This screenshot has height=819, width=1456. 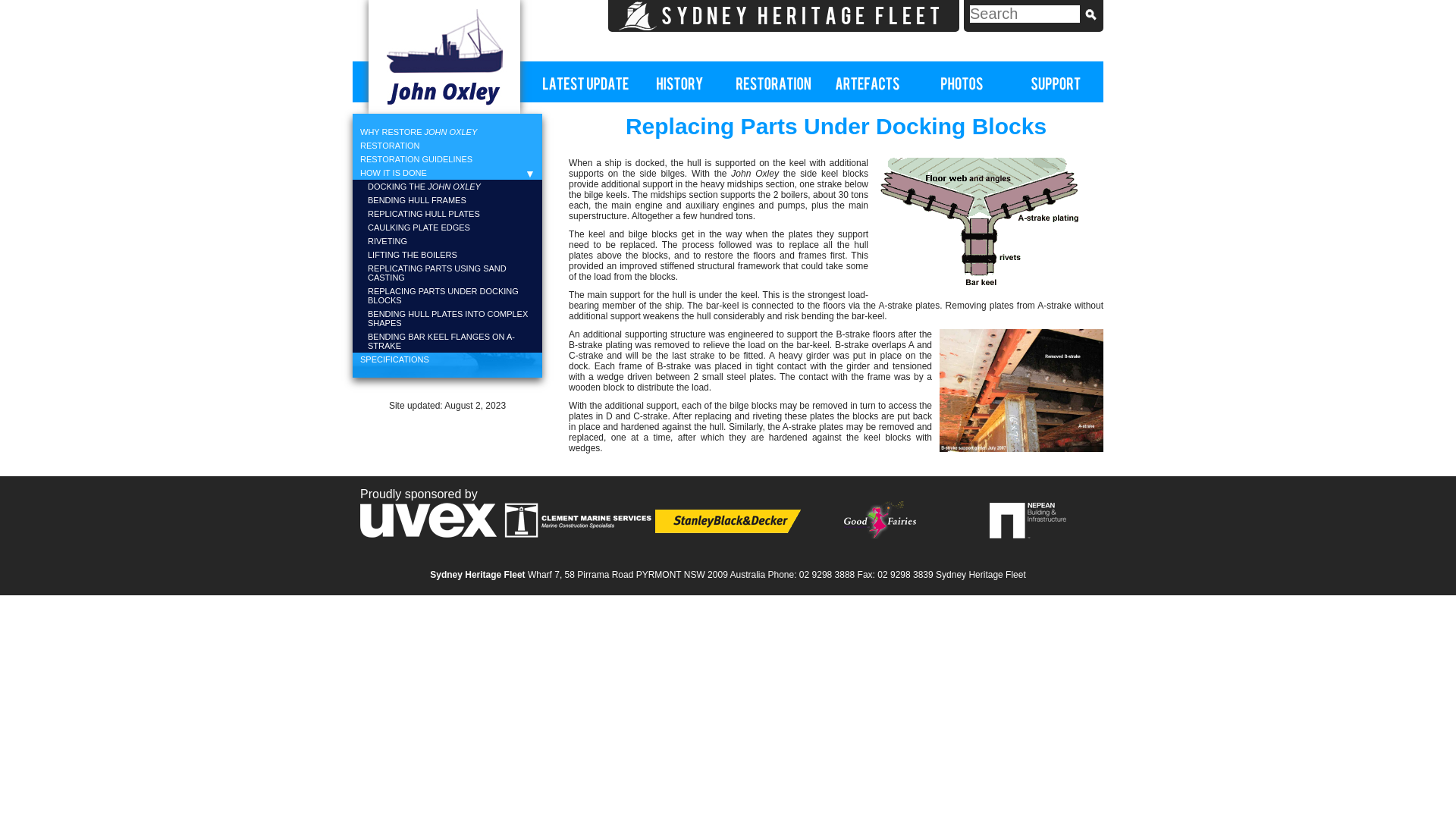 What do you see at coordinates (447, 359) in the screenshot?
I see `'SPECIFICATIONS'` at bounding box center [447, 359].